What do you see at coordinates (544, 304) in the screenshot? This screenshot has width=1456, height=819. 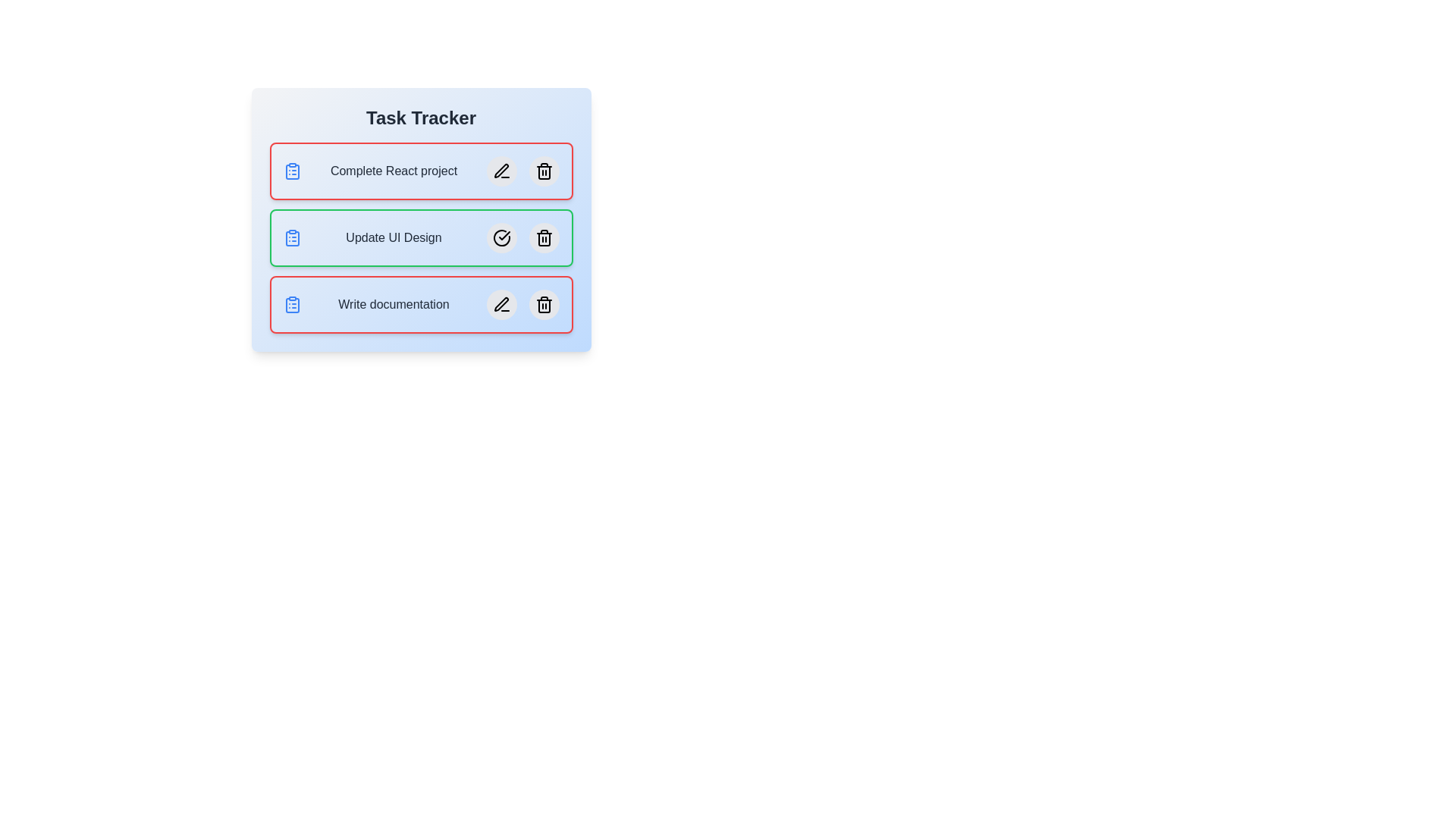 I see `the delete button for the task named Write documentation` at bounding box center [544, 304].